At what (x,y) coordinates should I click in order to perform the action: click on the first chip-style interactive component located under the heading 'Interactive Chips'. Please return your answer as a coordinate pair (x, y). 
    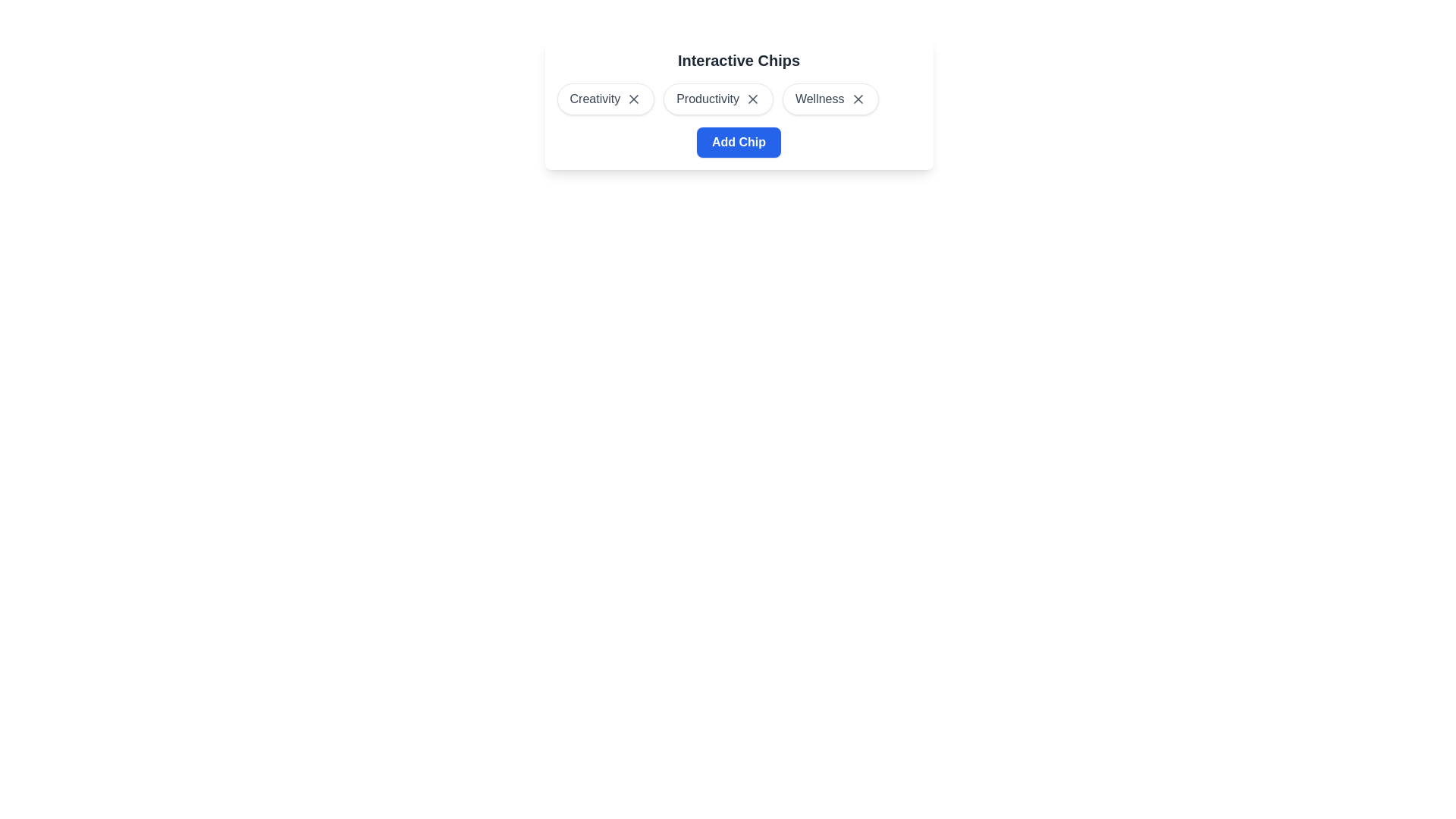
    Looking at the image, I should click on (604, 99).